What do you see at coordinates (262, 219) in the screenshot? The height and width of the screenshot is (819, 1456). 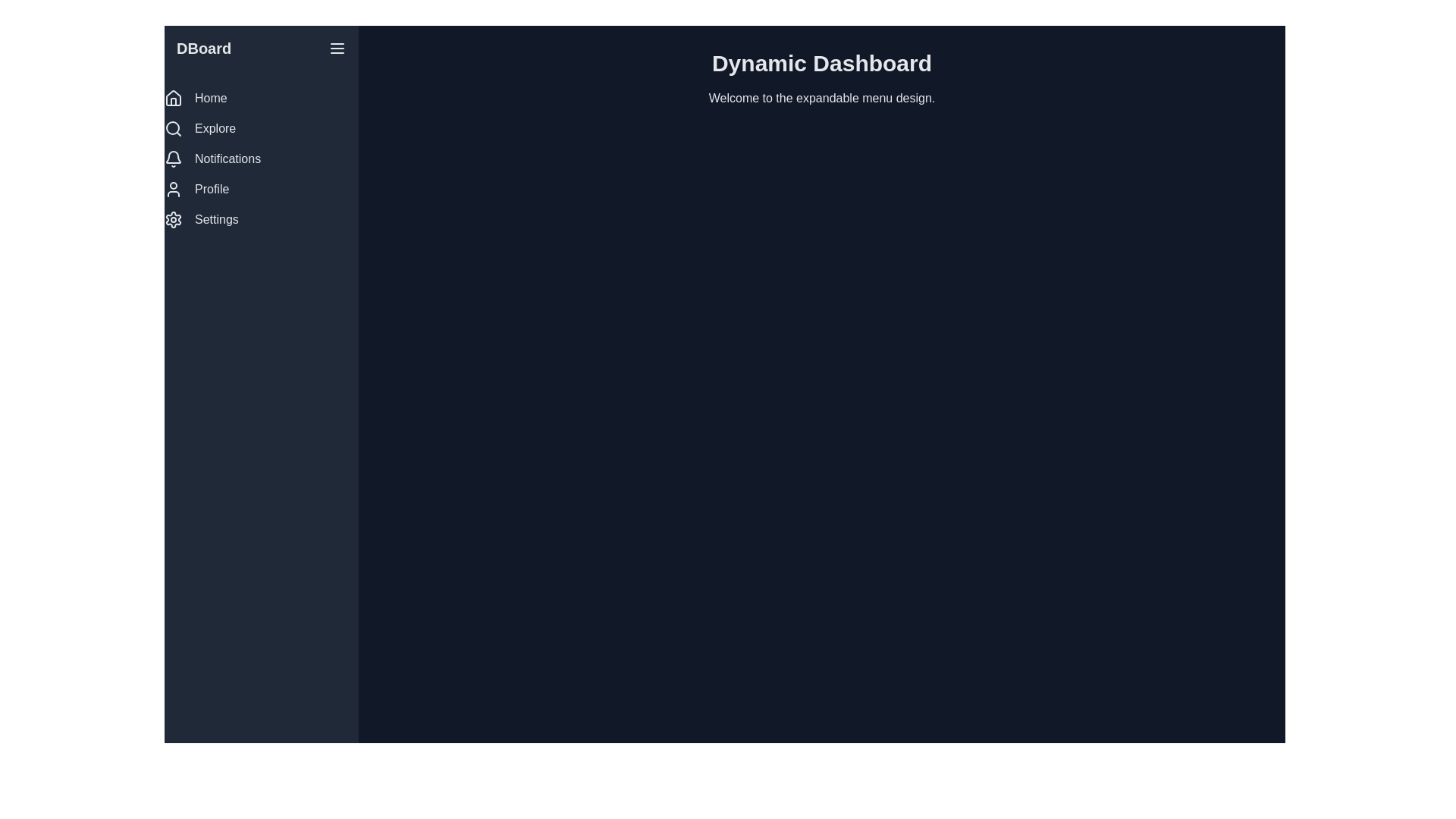 I see `the 'Settings' button in the vertical navigation menu` at bounding box center [262, 219].